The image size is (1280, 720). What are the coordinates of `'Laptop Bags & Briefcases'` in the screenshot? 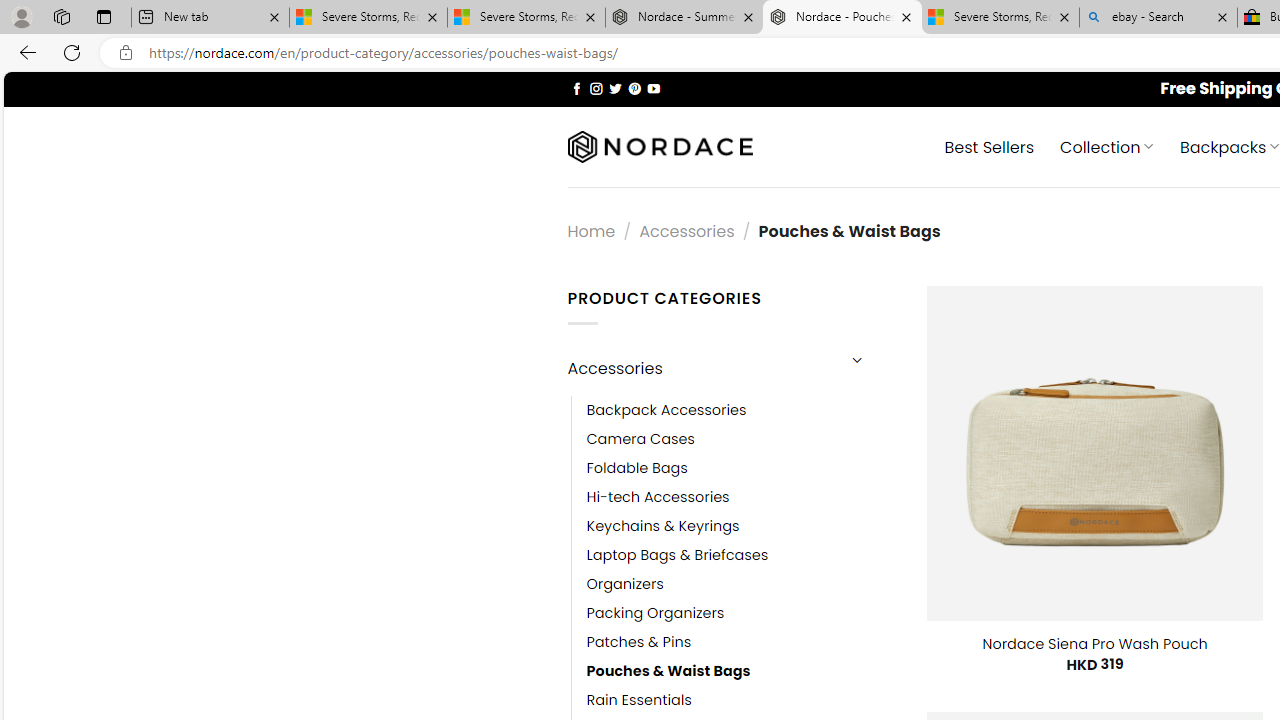 It's located at (677, 555).